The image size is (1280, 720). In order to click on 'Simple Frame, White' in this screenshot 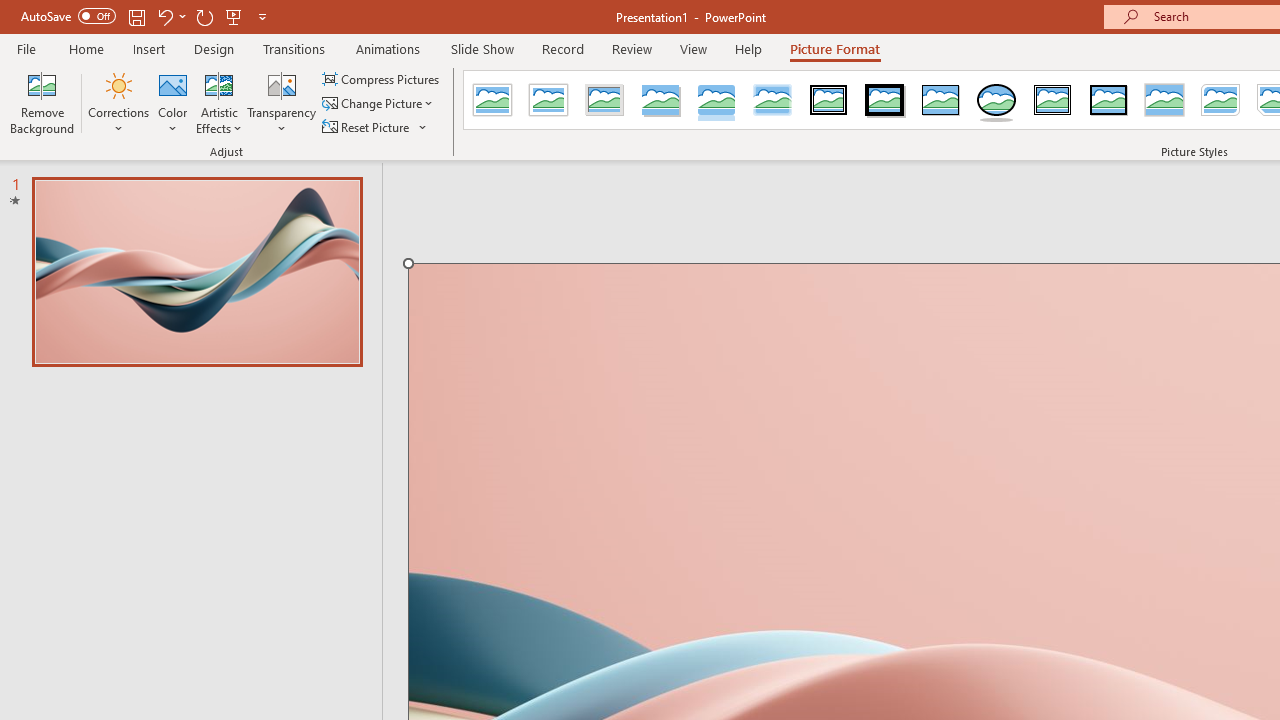, I will do `click(492, 100)`.